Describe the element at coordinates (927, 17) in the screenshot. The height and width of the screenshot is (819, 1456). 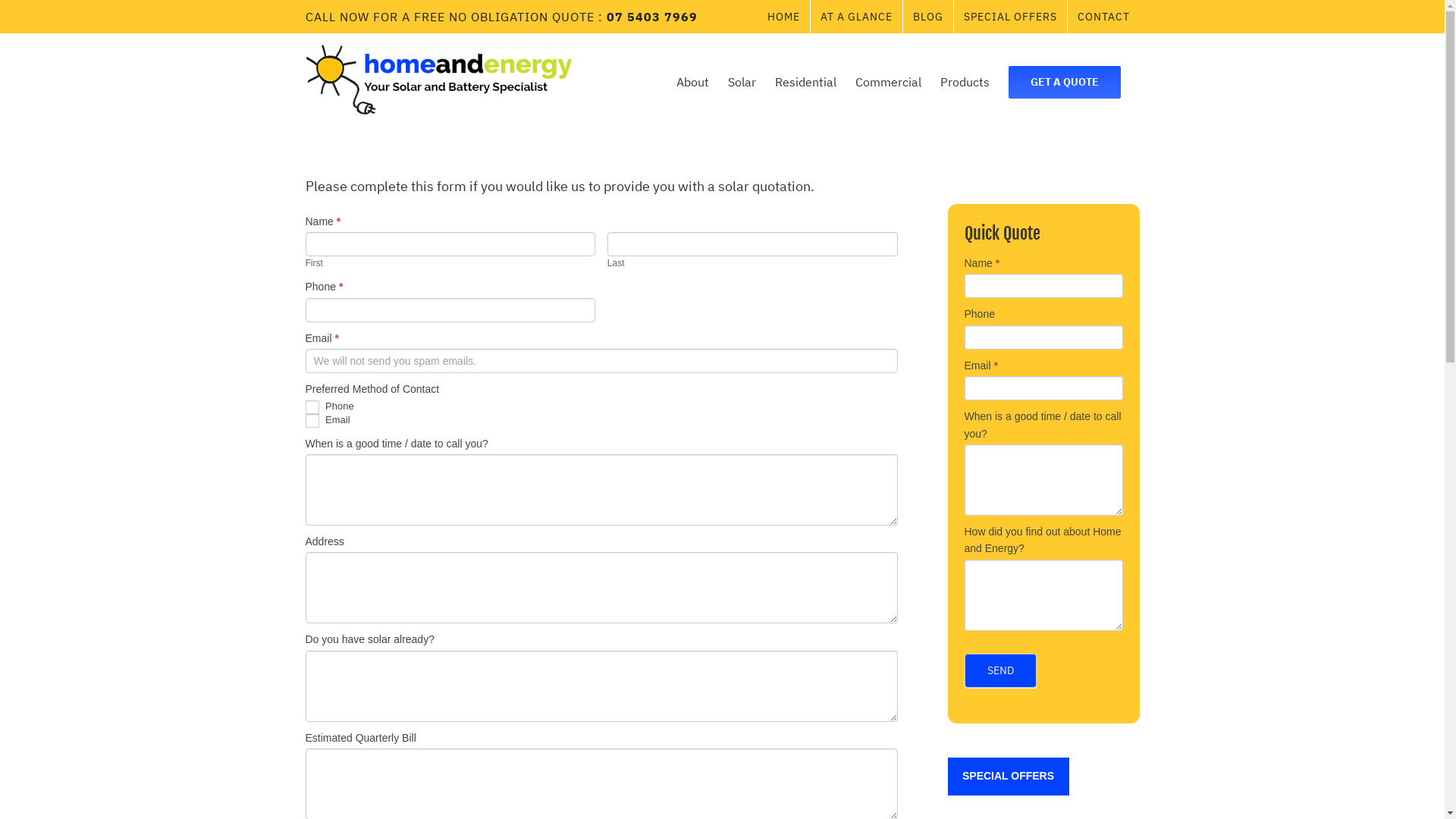
I see `'BLOG'` at that location.